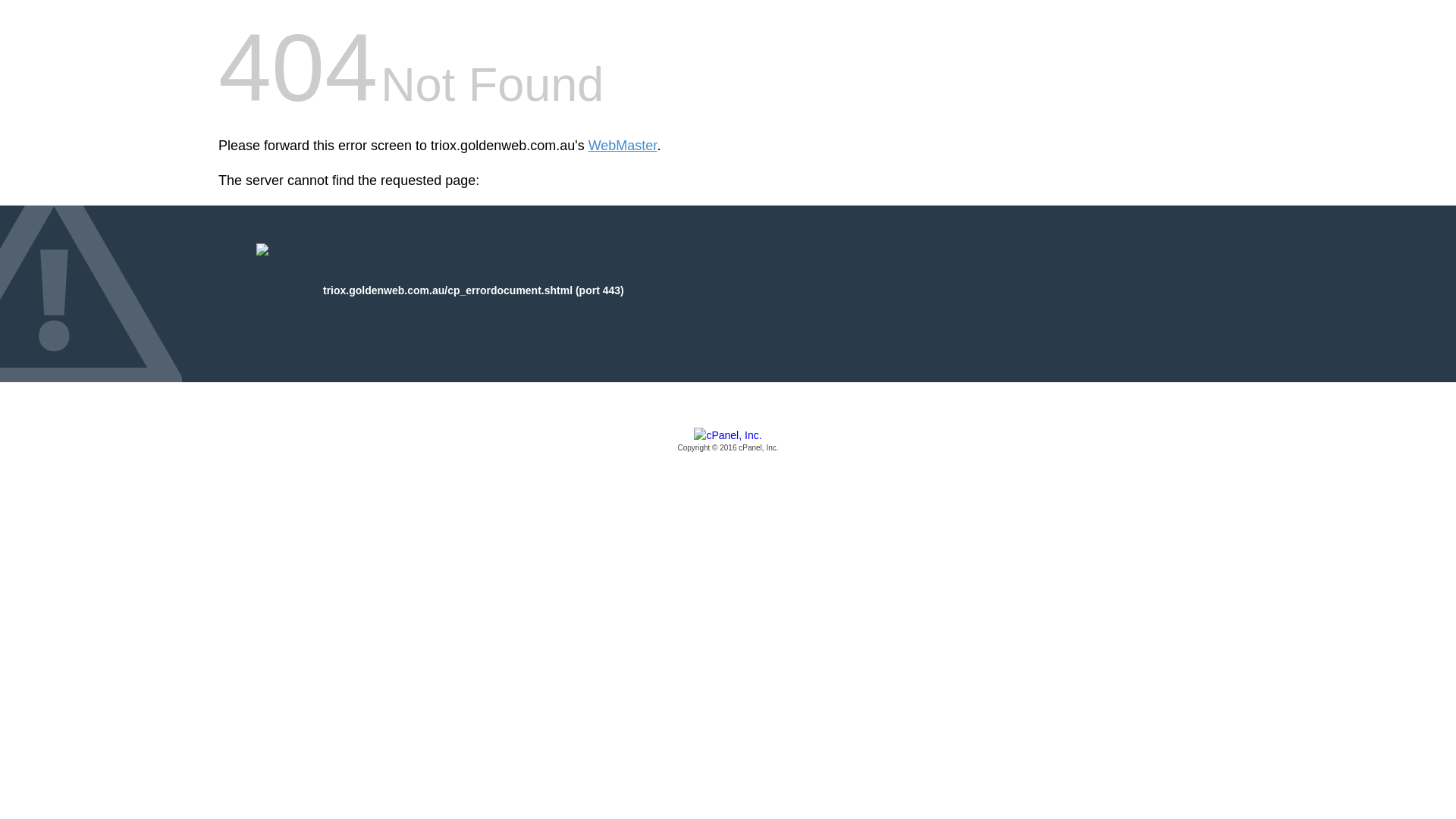 This screenshot has width=1456, height=819. Describe the element at coordinates (623, 146) in the screenshot. I see `'WebMaster'` at that location.